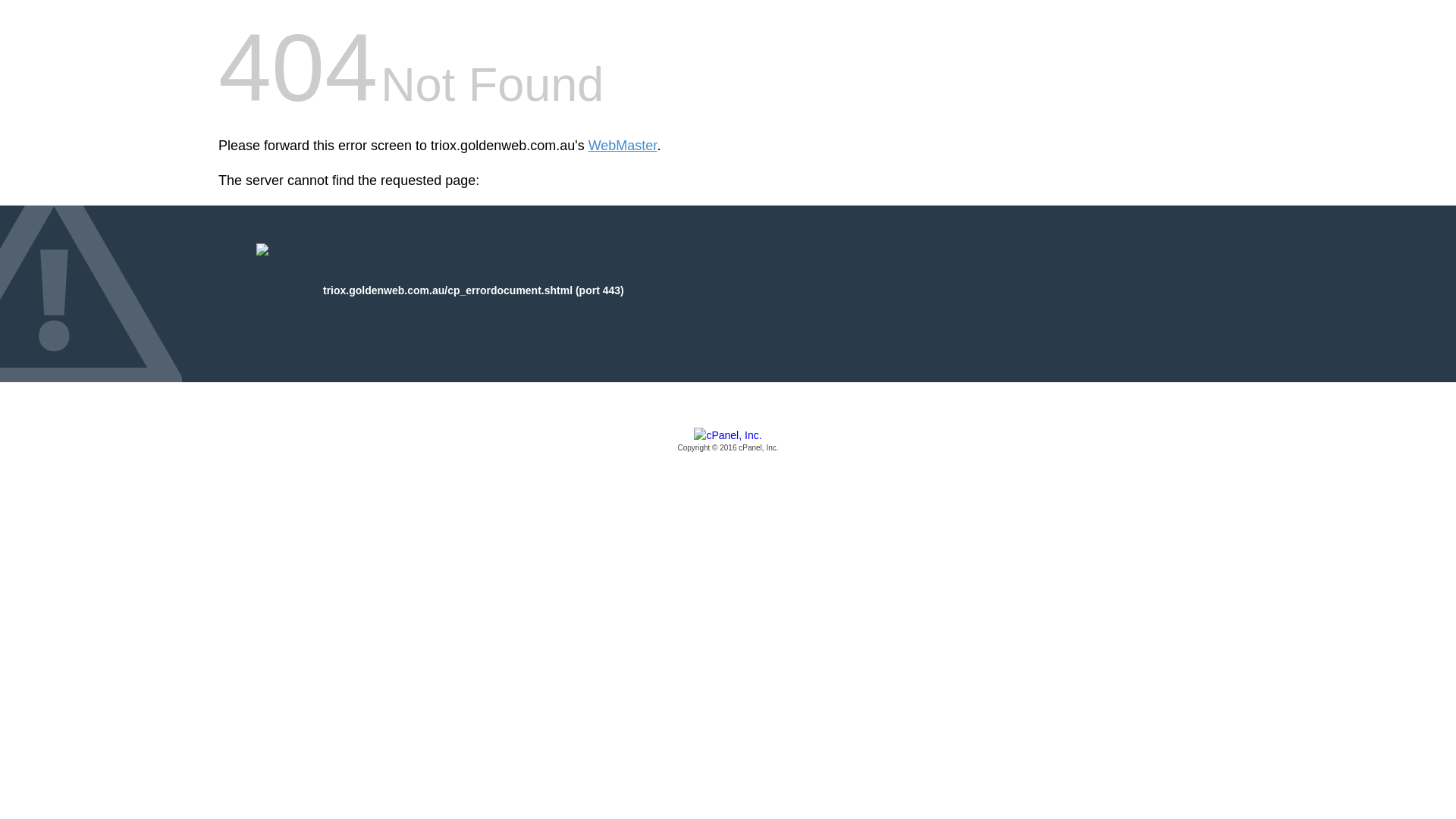 This screenshot has width=1456, height=819. Describe the element at coordinates (623, 146) in the screenshot. I see `'WebMaster'` at that location.